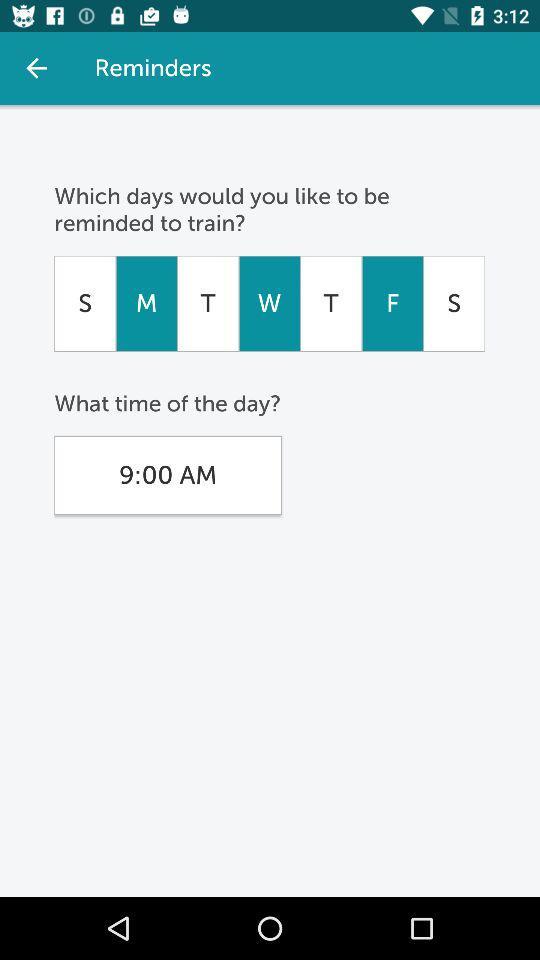  Describe the element at coordinates (145, 303) in the screenshot. I see `icon below the which days would` at that location.